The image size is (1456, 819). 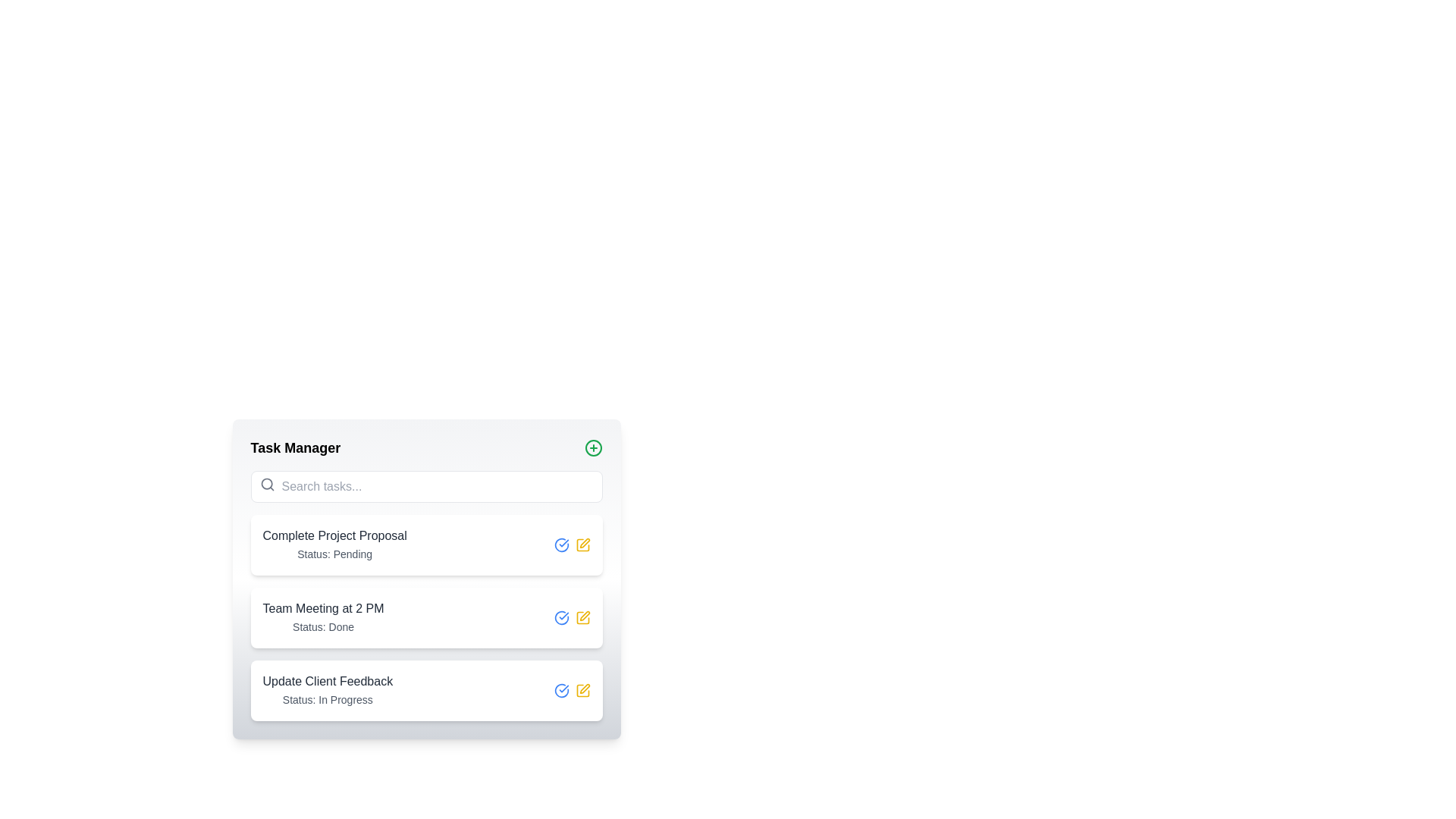 What do you see at coordinates (571, 690) in the screenshot?
I see `the pencil icon in the button group located on the far-right side of the row labeled 'Update Client Feedback, Status: In Progress' within the task manager interface` at bounding box center [571, 690].